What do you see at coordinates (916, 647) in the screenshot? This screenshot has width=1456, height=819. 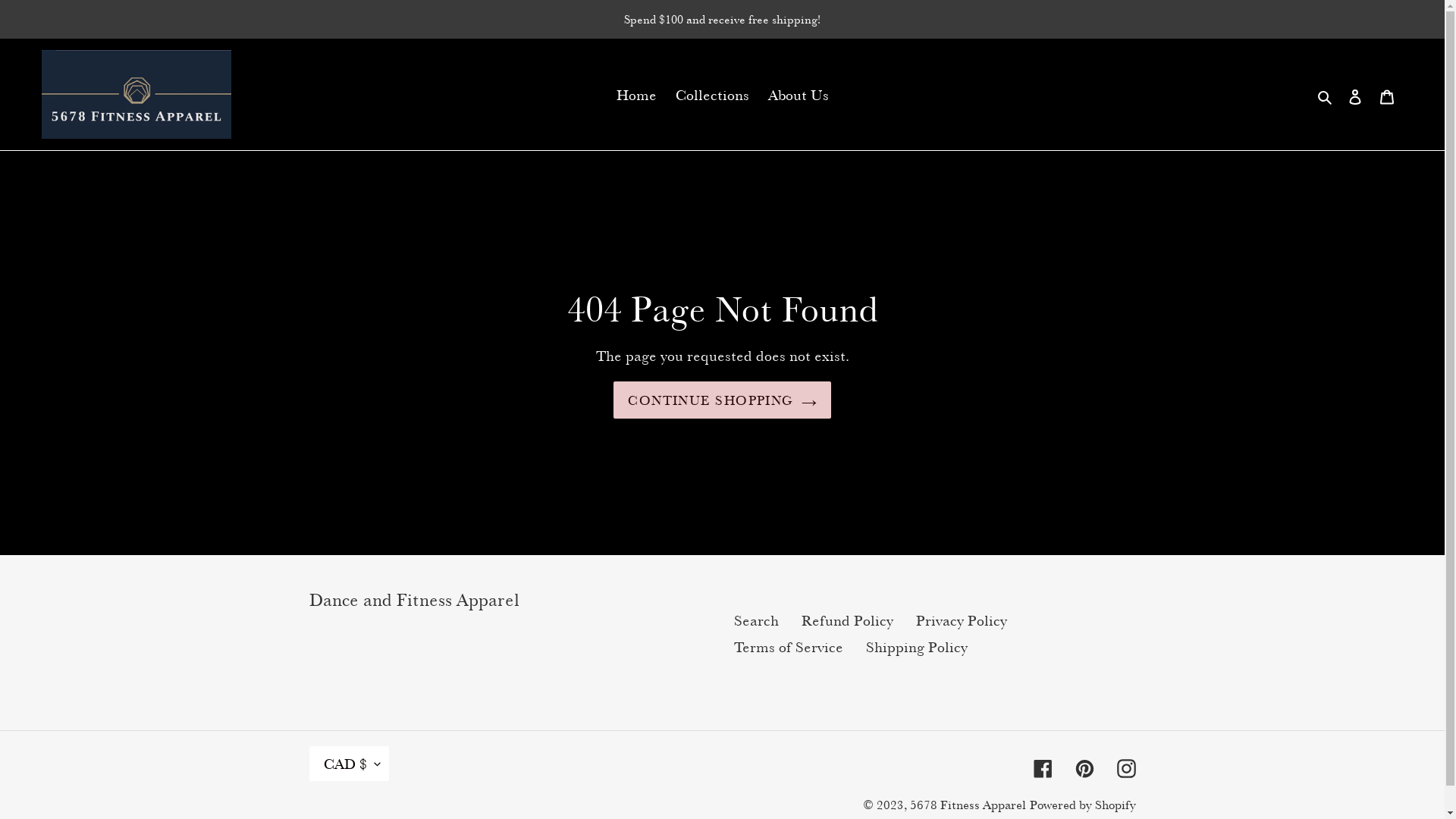 I see `'Shipping Policy'` at bounding box center [916, 647].